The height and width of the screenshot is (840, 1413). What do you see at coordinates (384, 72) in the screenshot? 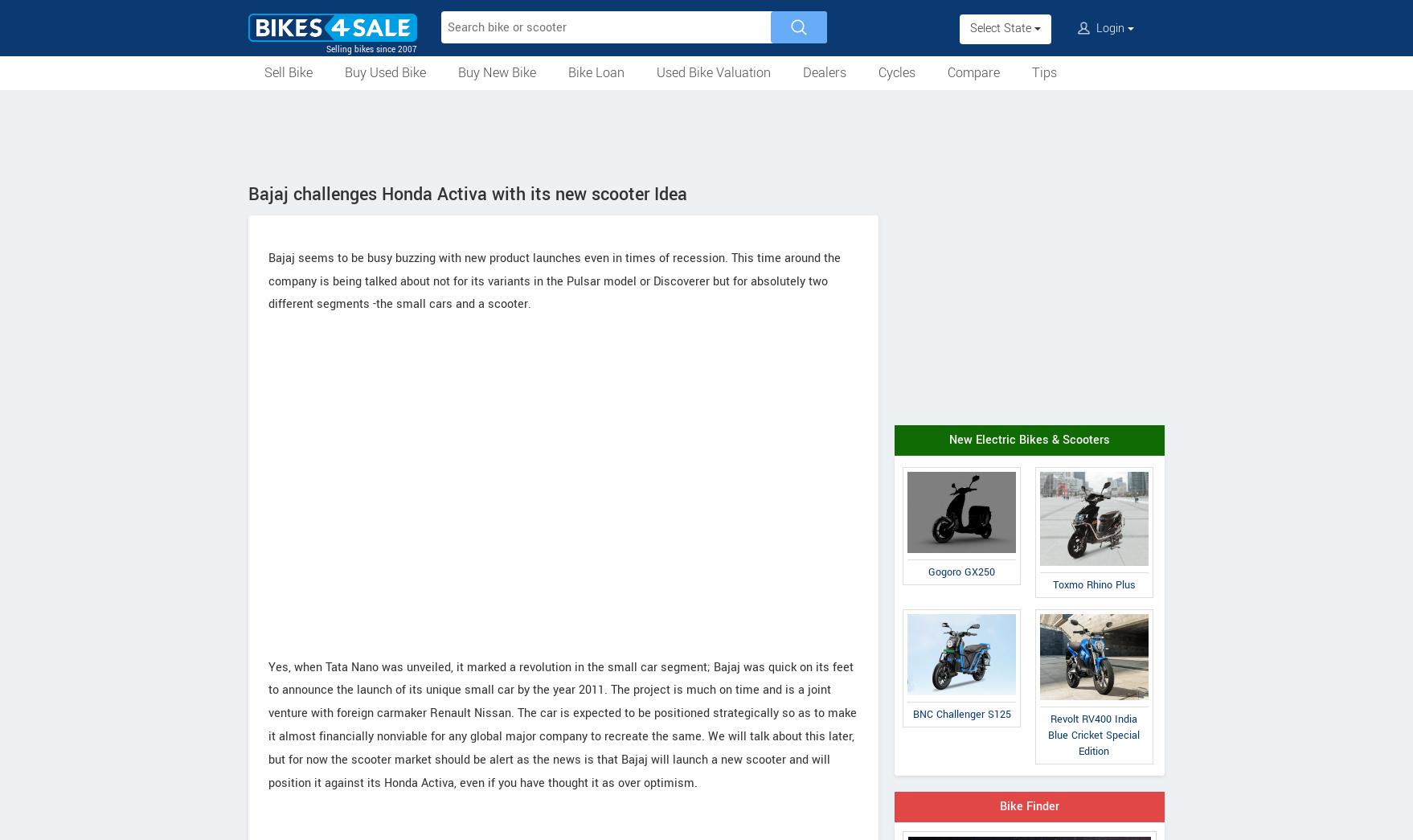
I see `'Buy Used Bike'` at bounding box center [384, 72].